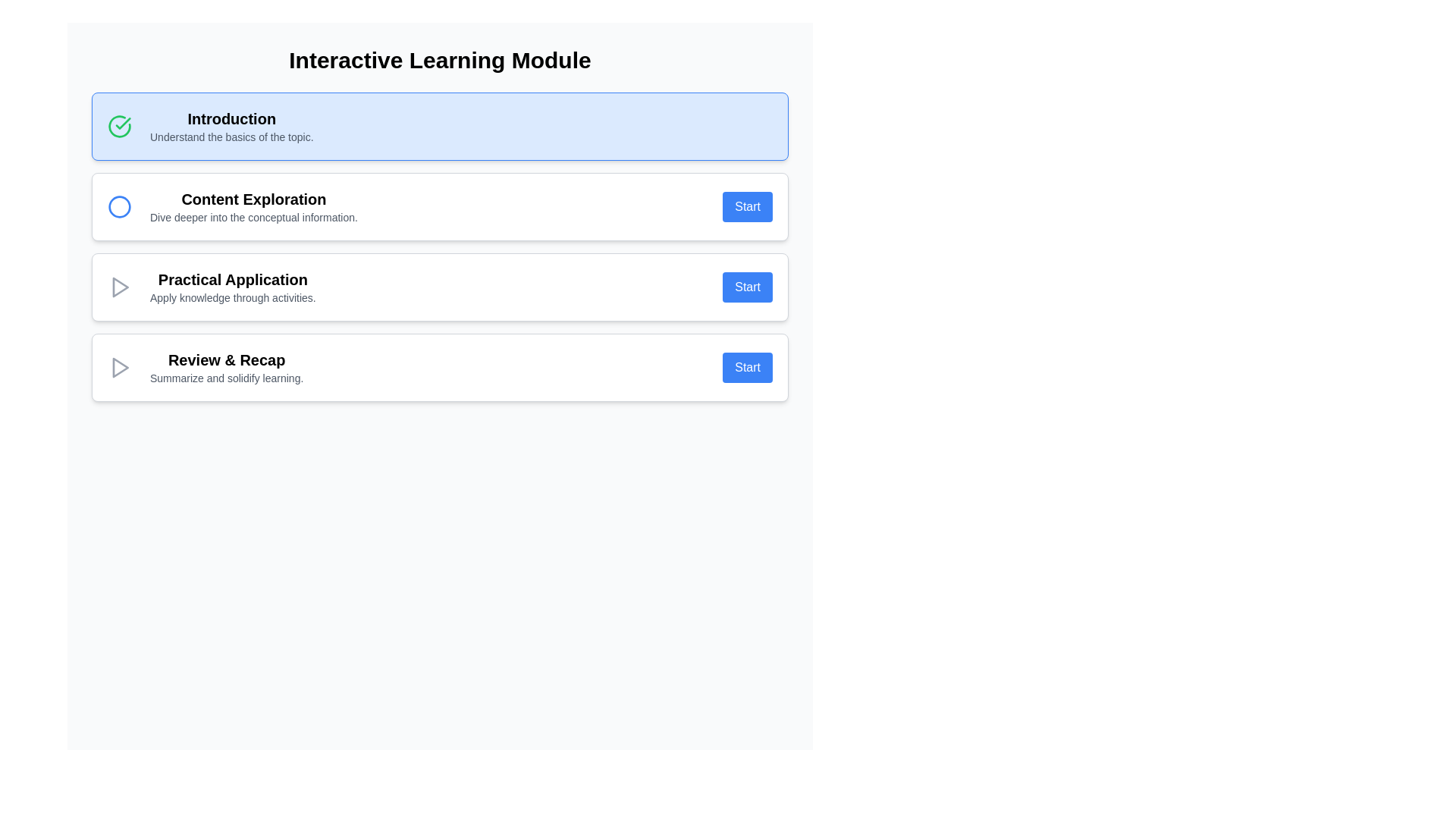 Image resolution: width=1456 pixels, height=819 pixels. Describe the element at coordinates (254, 207) in the screenshot. I see `the Text Display element titled 'Content Exploration' which includes the description 'Dive deeper into the conceptual information.'` at that location.